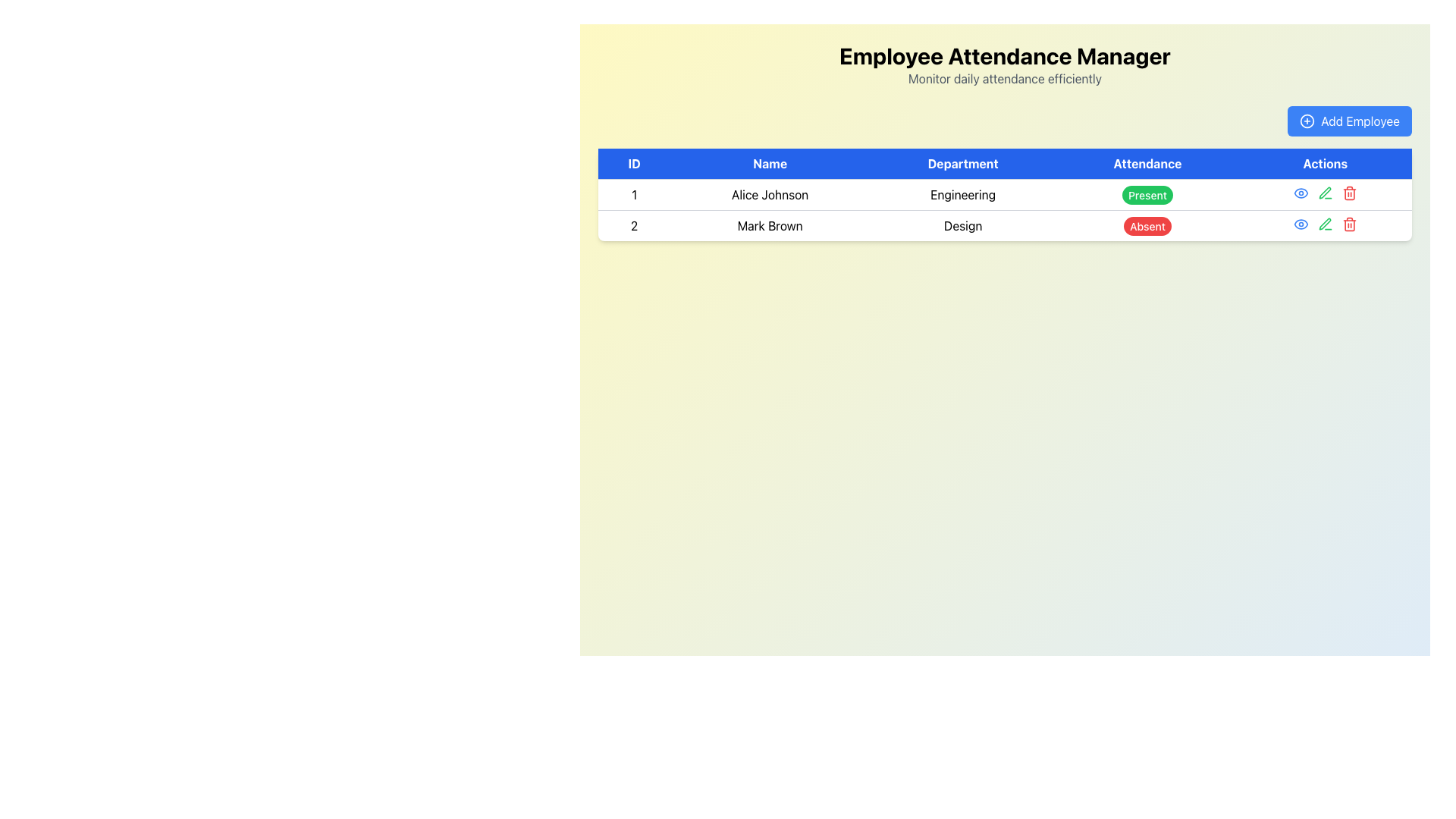 The width and height of the screenshot is (1456, 819). What do you see at coordinates (1300, 192) in the screenshot?
I see `the blue eye-shaped icon button in the second row's 'Actions' column of the table` at bounding box center [1300, 192].